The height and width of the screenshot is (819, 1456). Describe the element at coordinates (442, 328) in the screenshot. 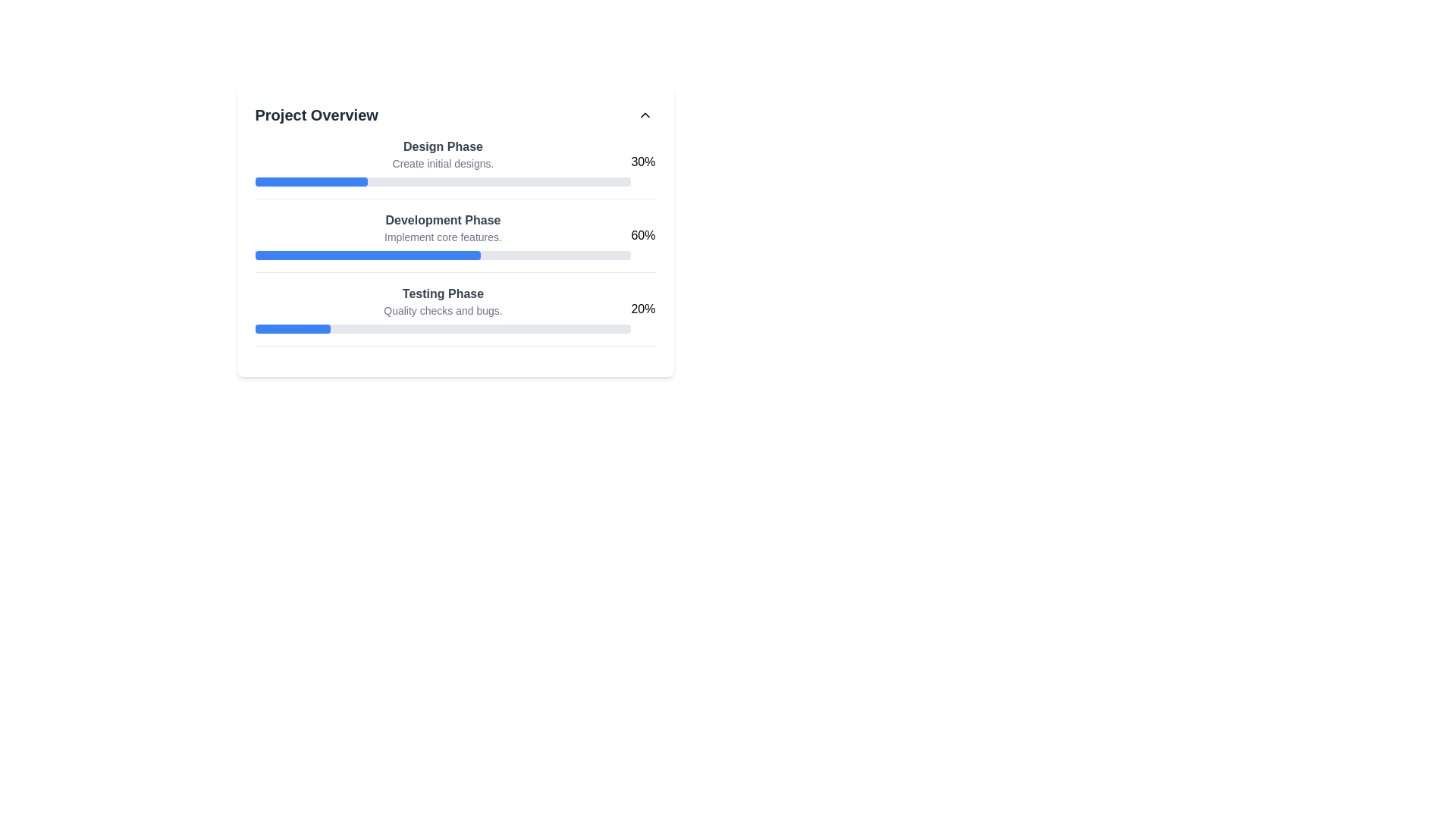

I see `the third progress bar in the 'Testing Phase' section of the project overview, which has a gray background and a blue filled portion representing progress` at that location.